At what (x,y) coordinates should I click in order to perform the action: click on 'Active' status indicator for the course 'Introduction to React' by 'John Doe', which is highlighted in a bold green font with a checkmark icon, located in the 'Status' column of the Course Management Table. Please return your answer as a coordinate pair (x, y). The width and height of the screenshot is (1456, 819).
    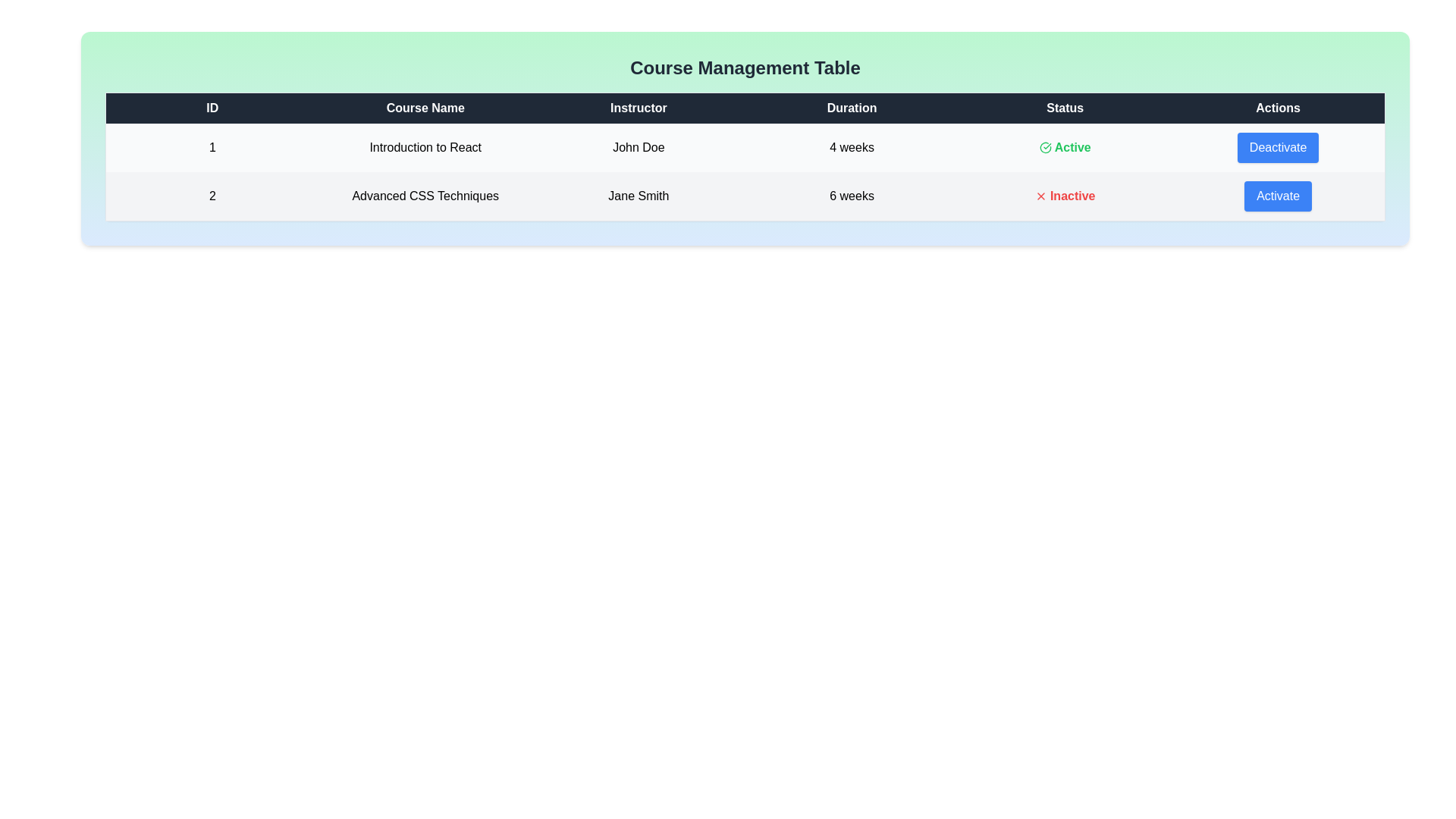
    Looking at the image, I should click on (1064, 148).